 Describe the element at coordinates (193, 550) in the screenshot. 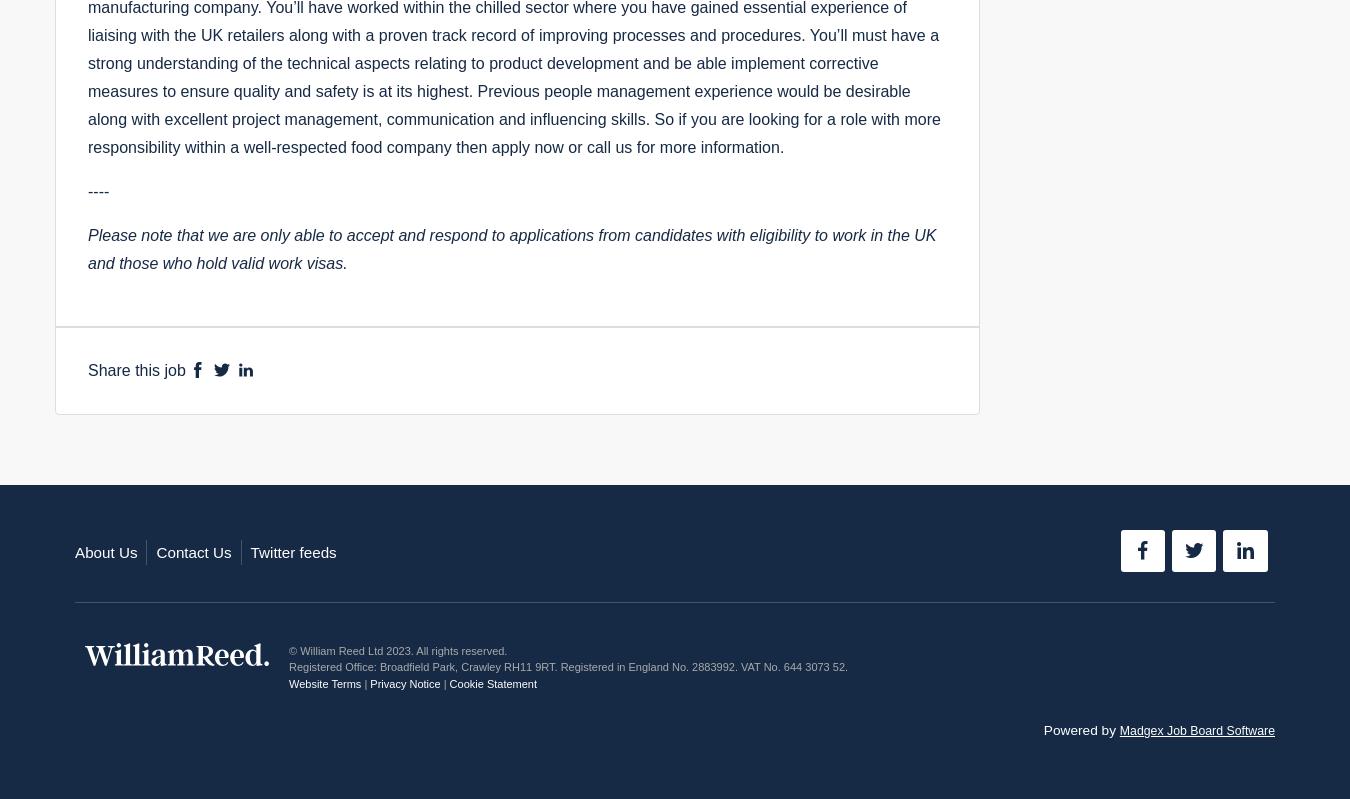

I see `'Contact Us'` at that location.